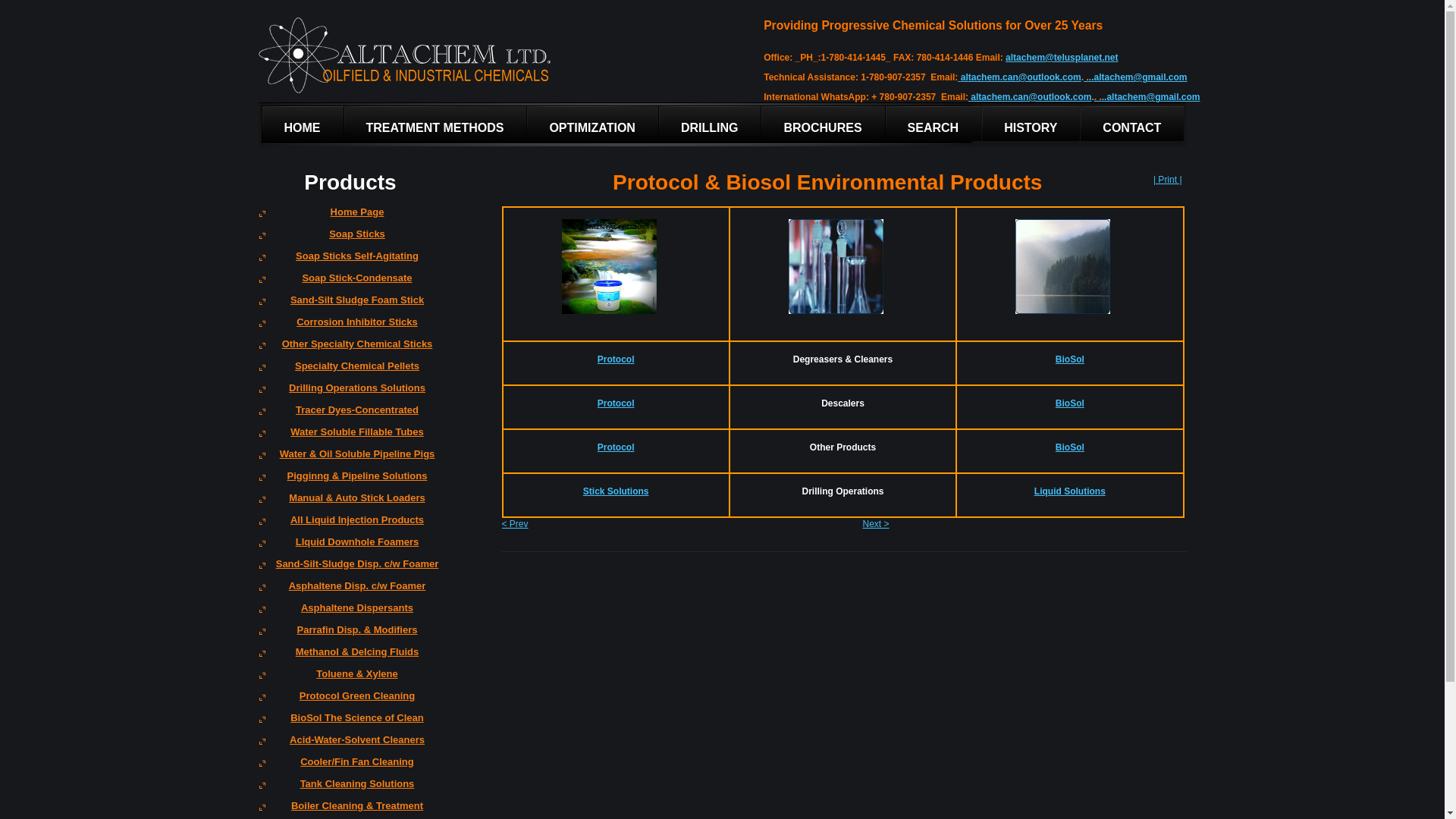  What do you see at coordinates (350, 788) in the screenshot?
I see `'Tank Cleaning Solutions'` at bounding box center [350, 788].